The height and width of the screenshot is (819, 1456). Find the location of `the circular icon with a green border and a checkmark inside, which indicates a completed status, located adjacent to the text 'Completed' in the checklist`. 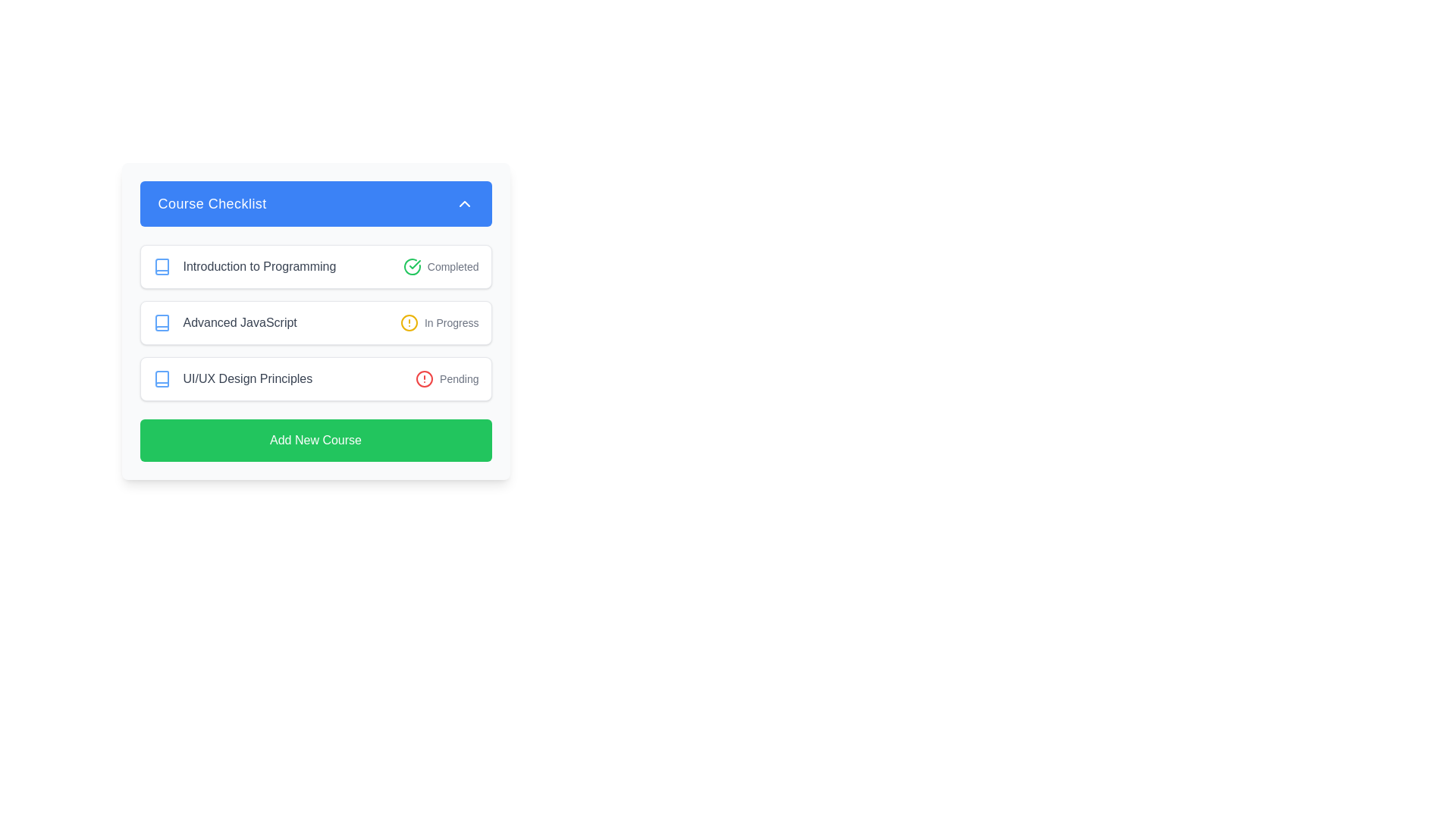

the circular icon with a green border and a checkmark inside, which indicates a completed status, located adjacent to the text 'Completed' in the checklist is located at coordinates (412, 265).